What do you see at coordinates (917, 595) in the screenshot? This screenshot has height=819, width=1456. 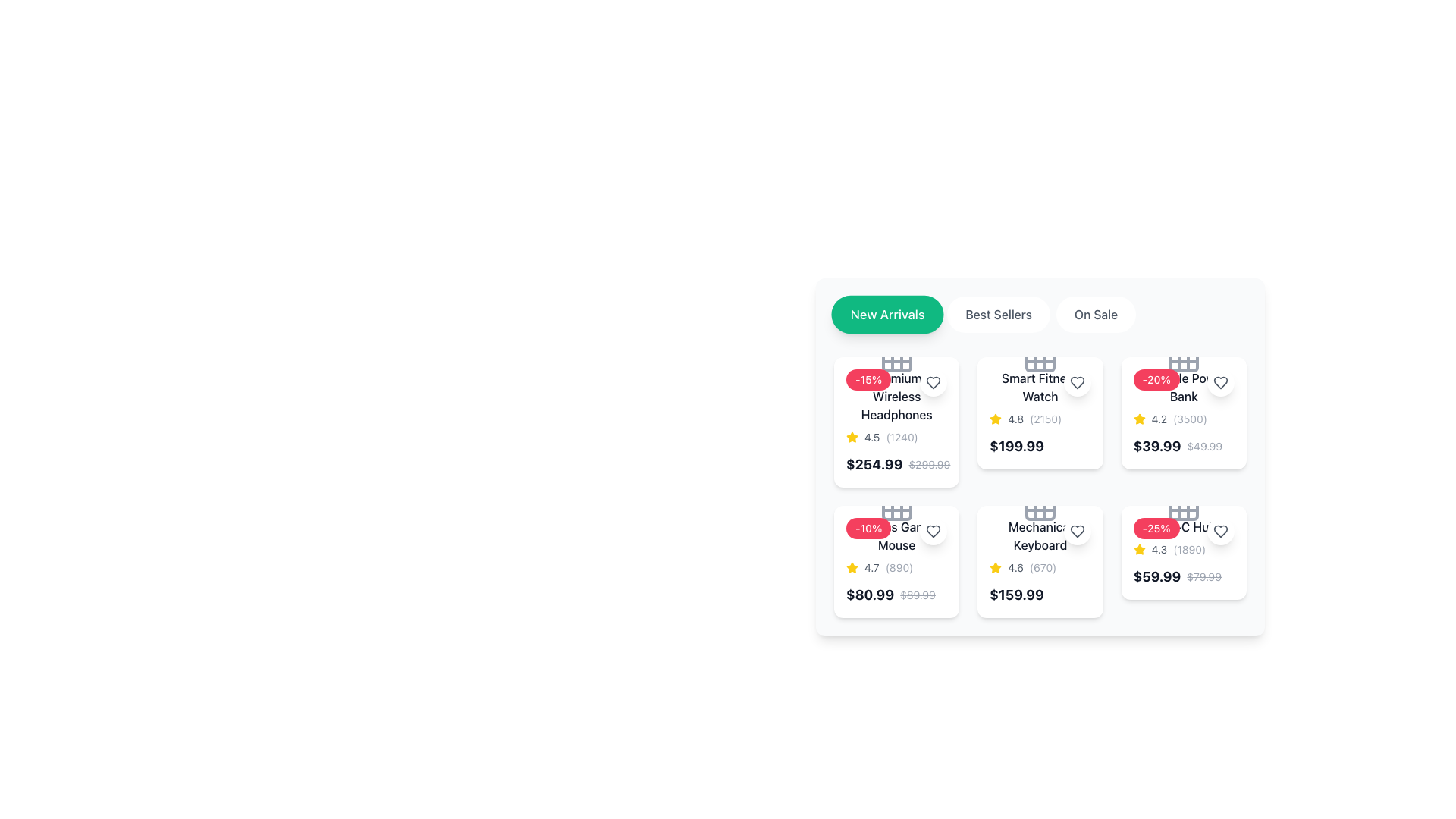 I see `the faded gray text label displaying the original price of an item, which reads '$89.99' and has a strikethrough decoration, located in the lower left section of the interface` at bounding box center [917, 595].